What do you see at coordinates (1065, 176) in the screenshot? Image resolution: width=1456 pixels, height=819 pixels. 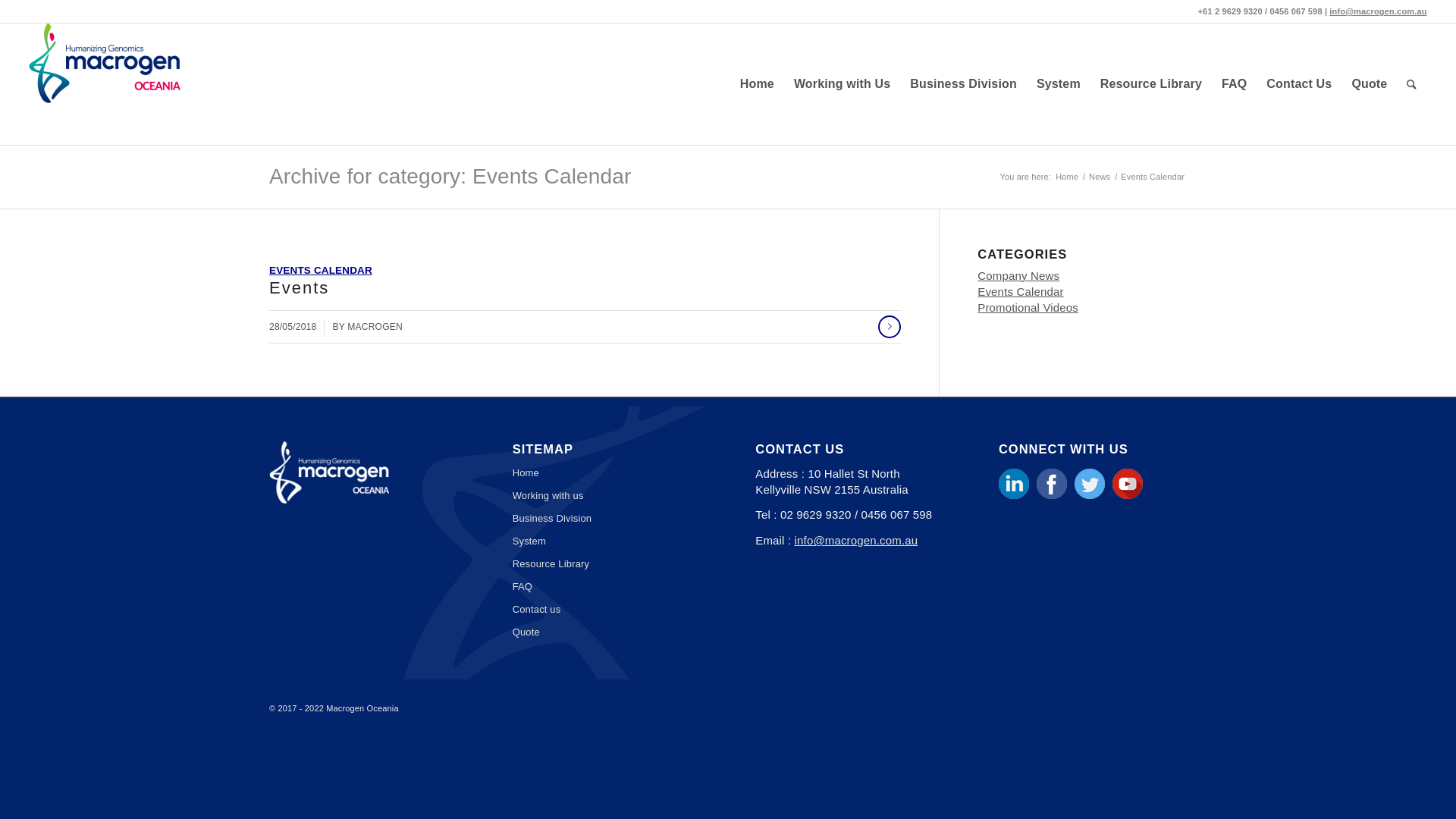 I see `'Home'` at bounding box center [1065, 176].